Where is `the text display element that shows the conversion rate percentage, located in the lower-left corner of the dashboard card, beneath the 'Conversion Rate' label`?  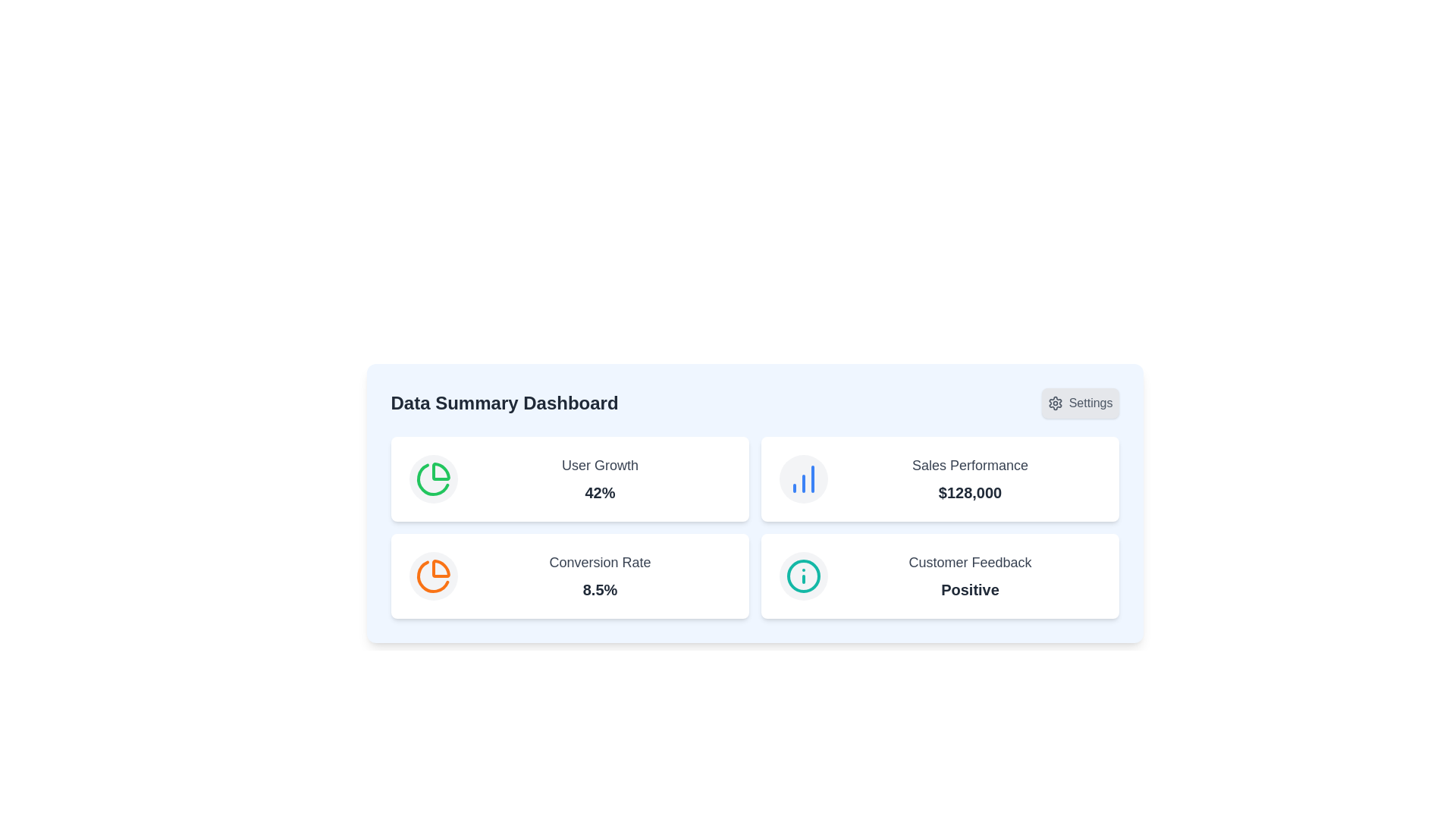
the text display element that shows the conversion rate percentage, located in the lower-left corner of the dashboard card, beneath the 'Conversion Rate' label is located at coordinates (599, 589).